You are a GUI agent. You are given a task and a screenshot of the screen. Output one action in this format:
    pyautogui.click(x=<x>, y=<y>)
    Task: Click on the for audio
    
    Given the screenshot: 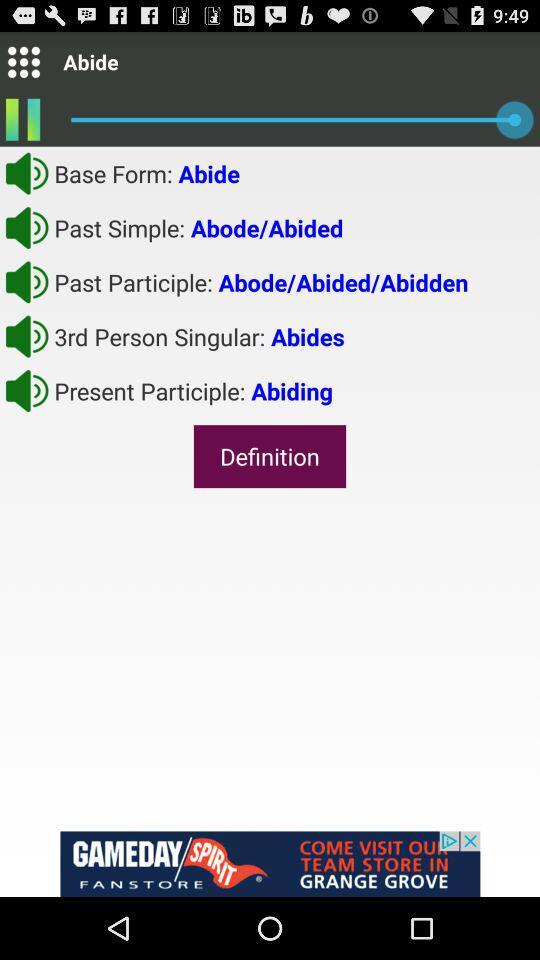 What is the action you would take?
    pyautogui.click(x=26, y=336)
    